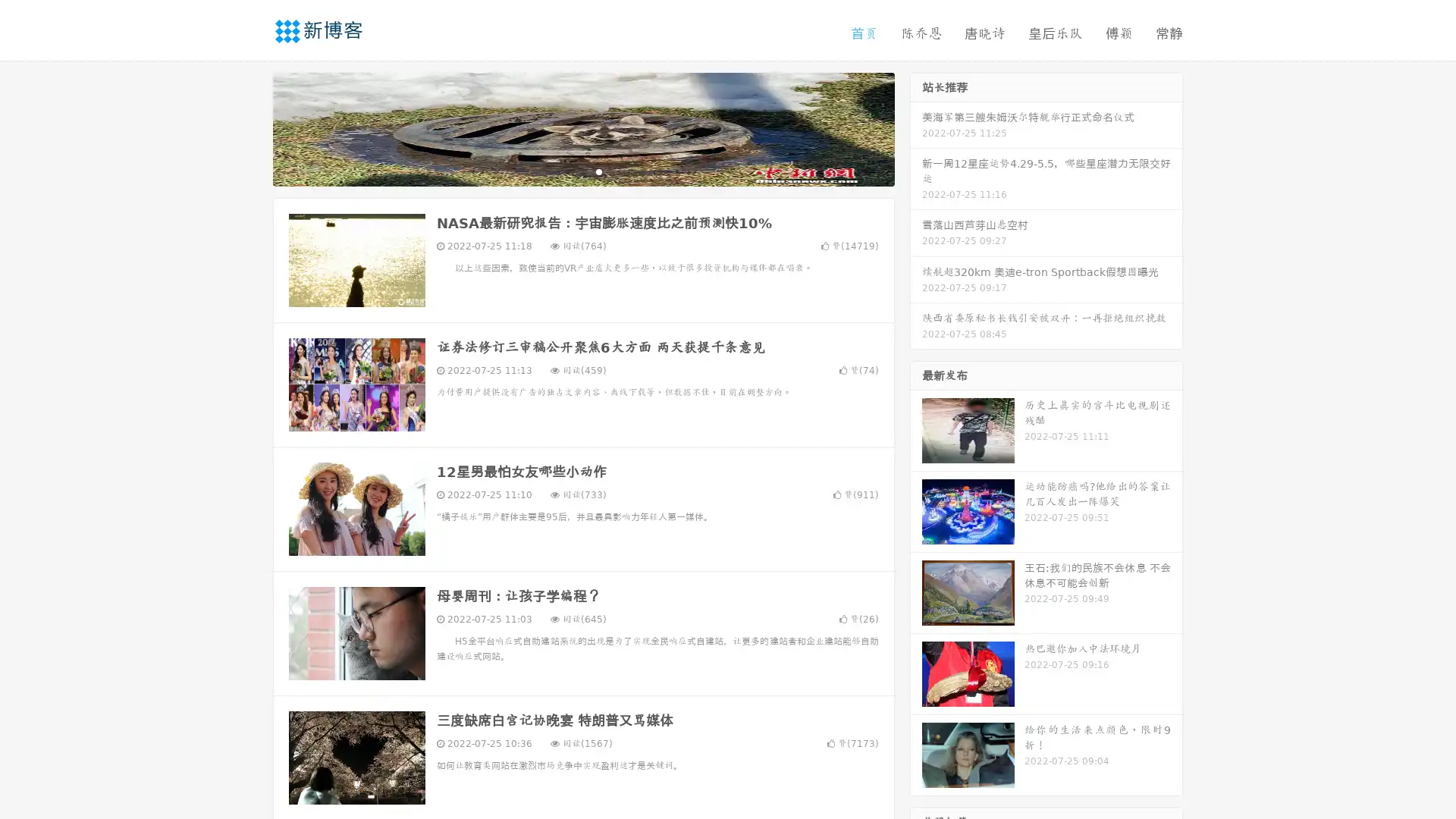  Describe the element at coordinates (598, 171) in the screenshot. I see `Go to slide 3` at that location.